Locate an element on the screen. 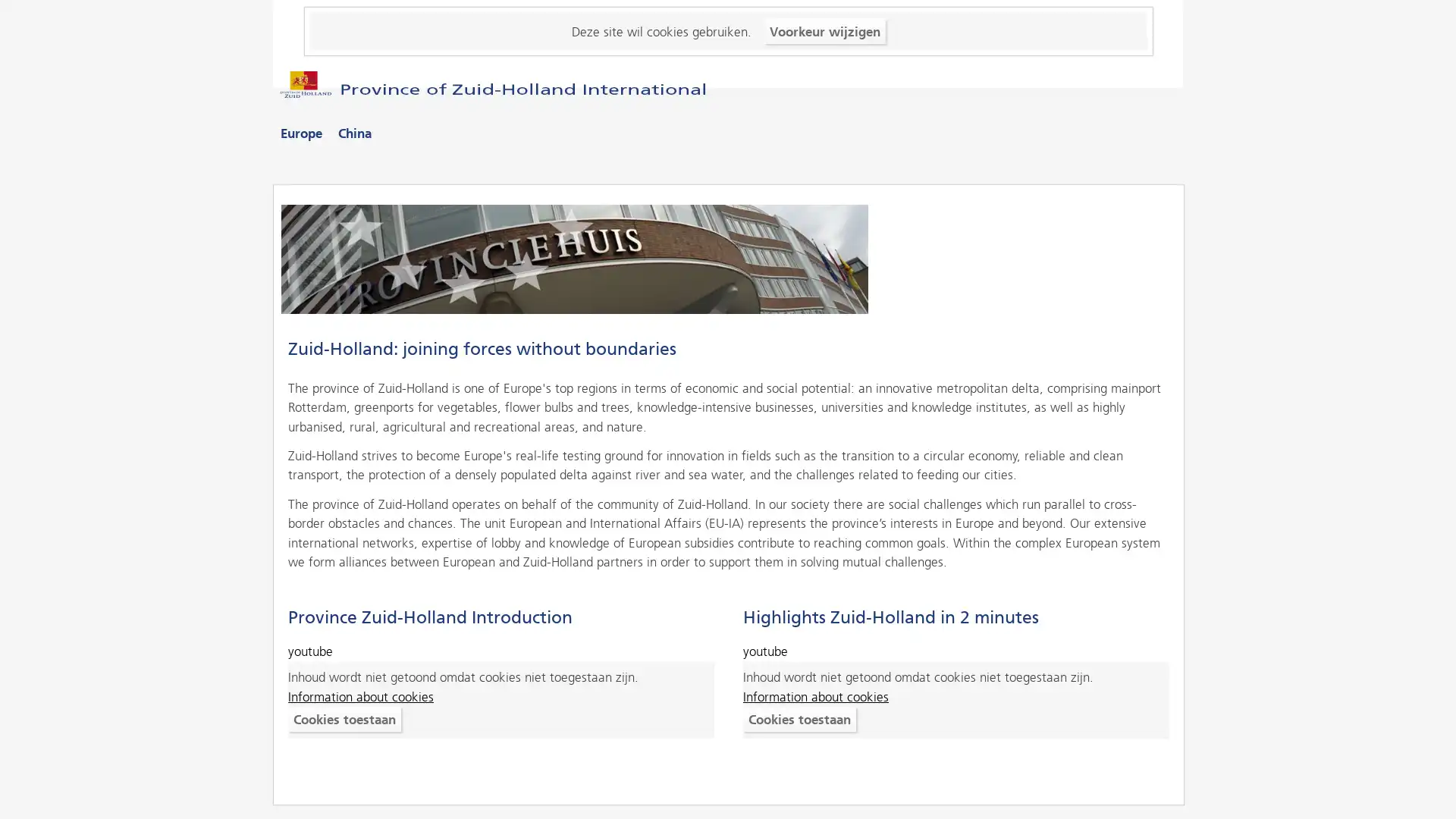 This screenshot has height=819, width=1456. Cookies toestaan is located at coordinates (798, 718).